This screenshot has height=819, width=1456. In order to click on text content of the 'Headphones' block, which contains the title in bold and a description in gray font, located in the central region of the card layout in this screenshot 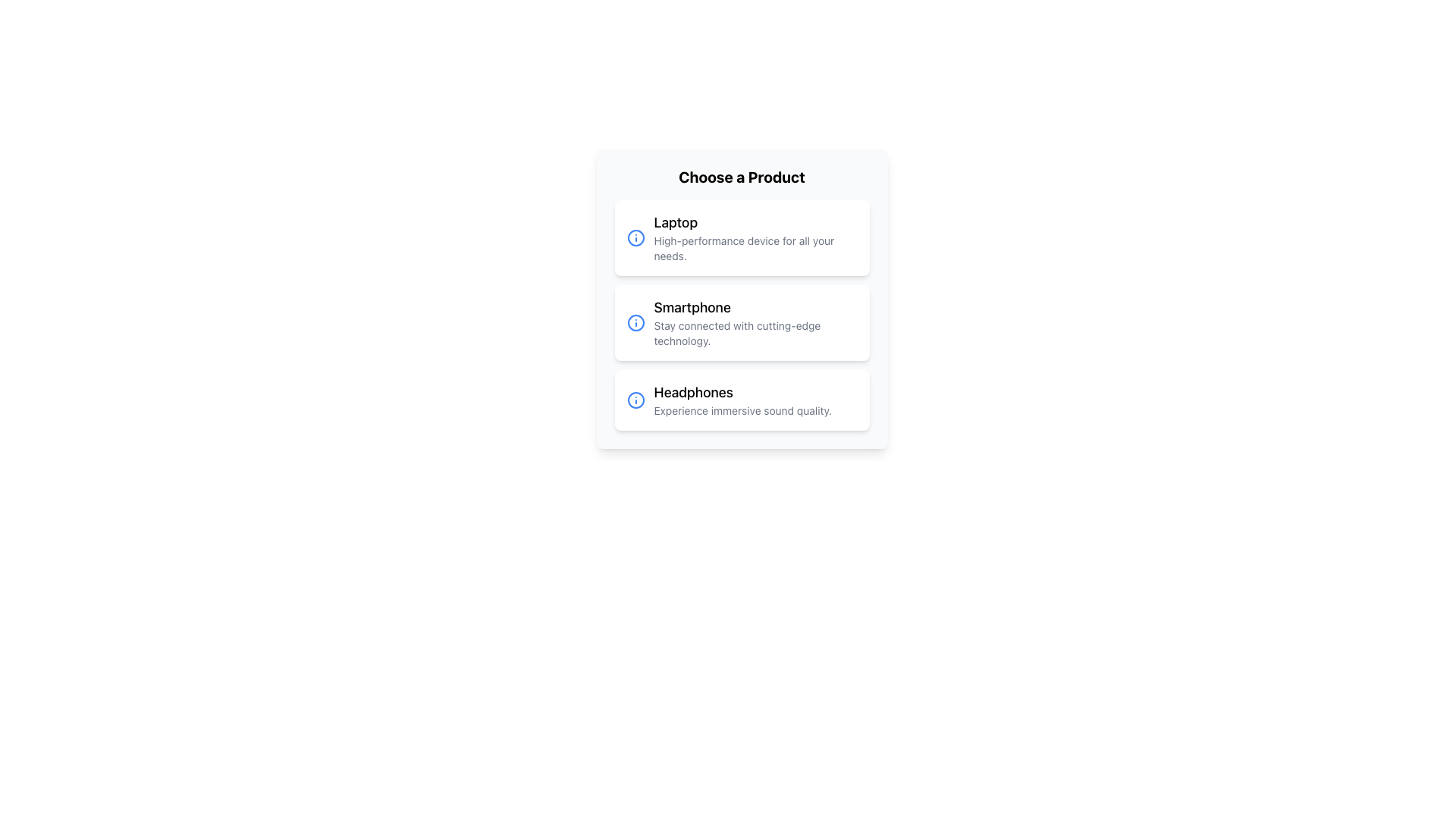, I will do `click(755, 400)`.